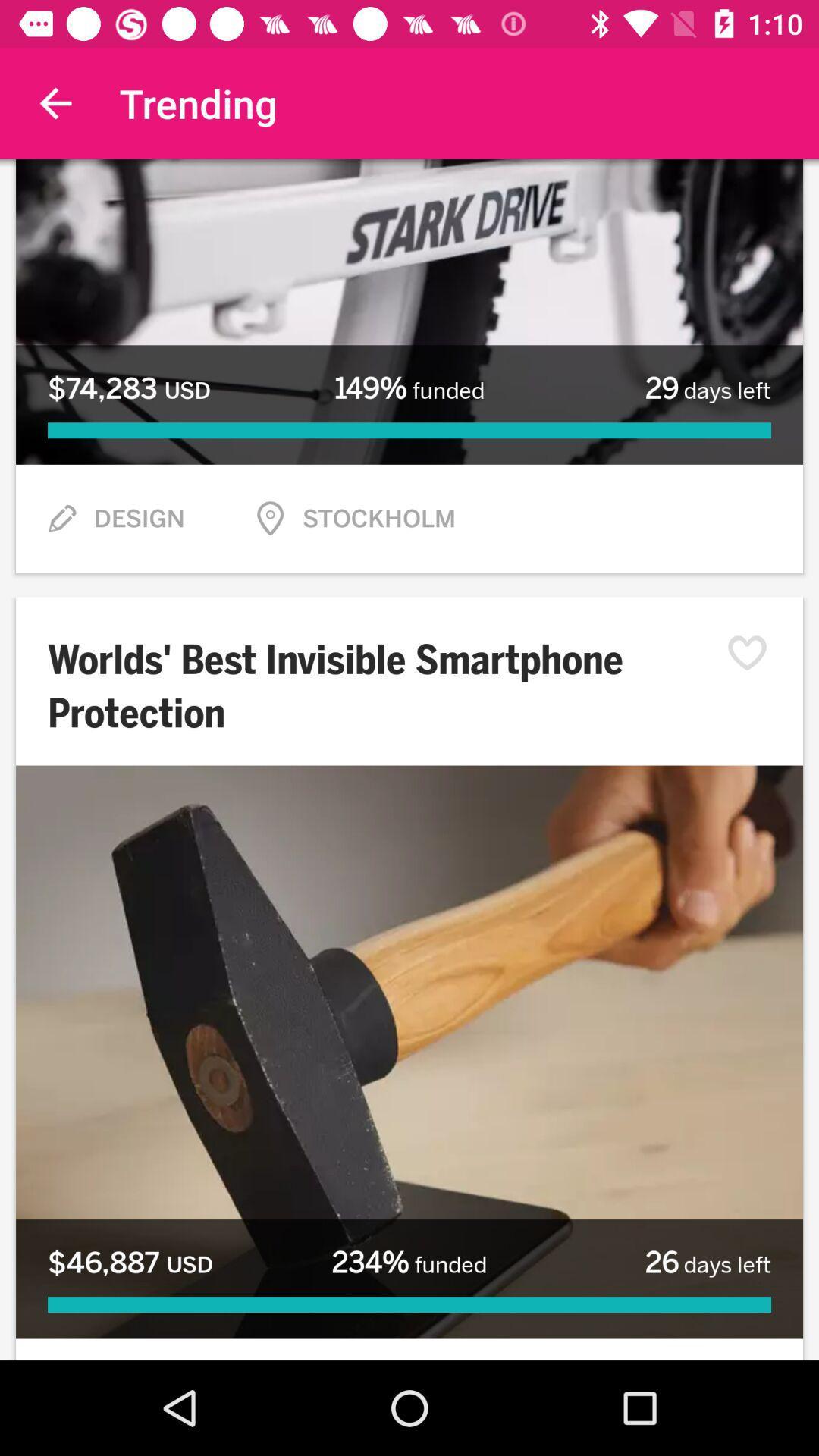  I want to click on the item next to the trending icon, so click(55, 102).